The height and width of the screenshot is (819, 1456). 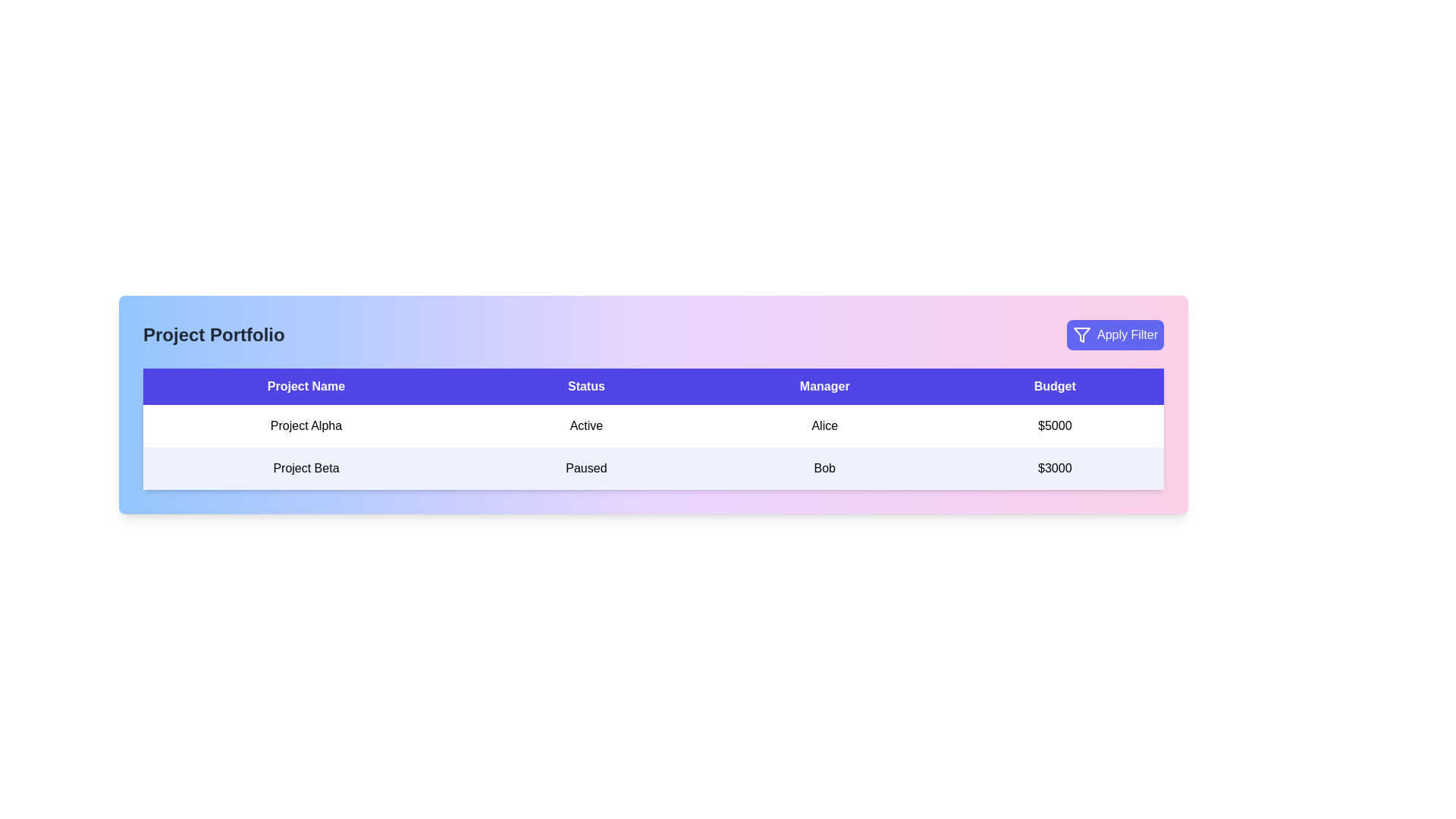 What do you see at coordinates (585, 385) in the screenshot?
I see `the 'Status' column header in the table, which is the second column header located between 'Project Name' and 'Manager'` at bounding box center [585, 385].